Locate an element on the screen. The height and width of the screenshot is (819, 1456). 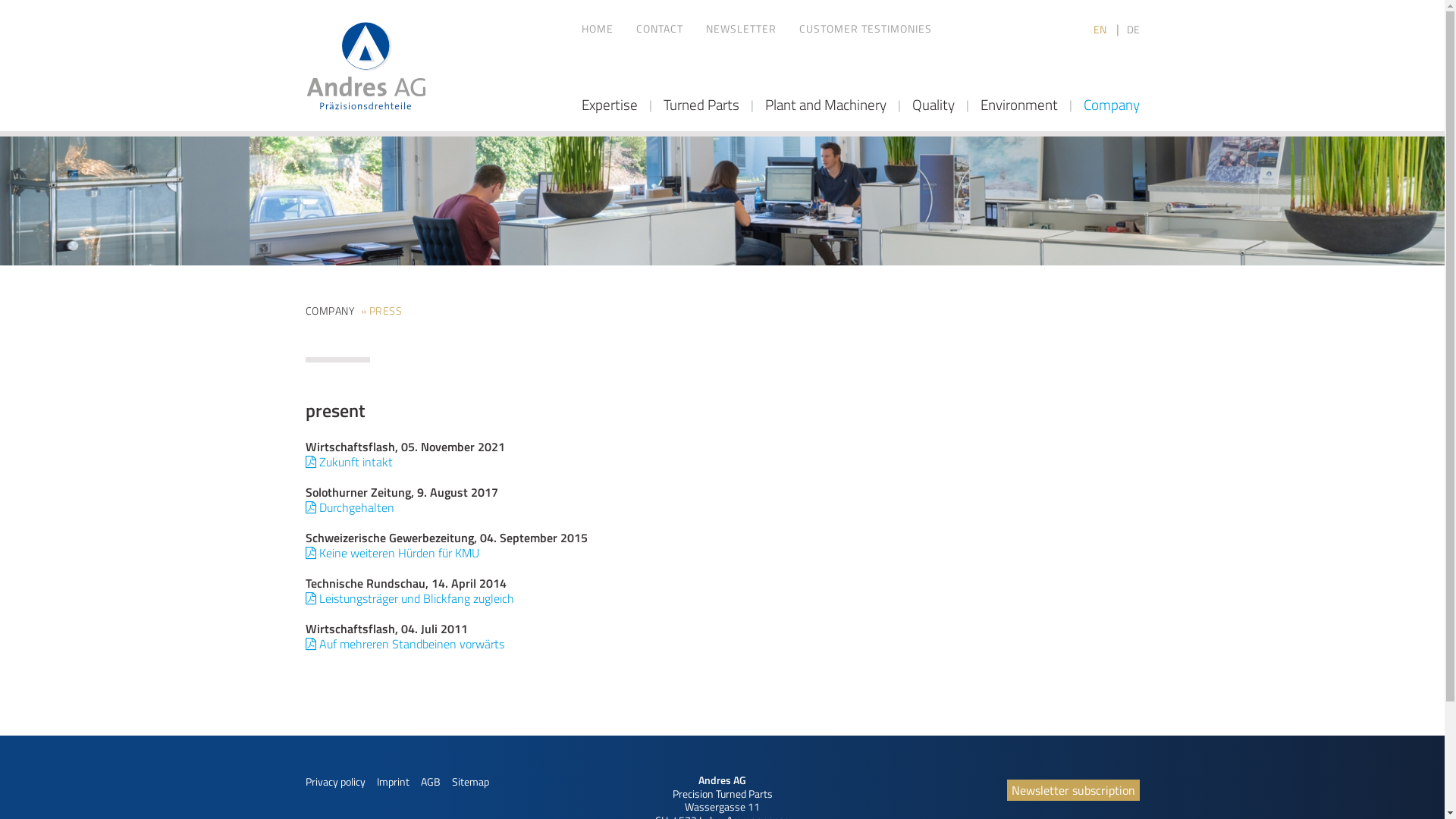
'Quality' is located at coordinates (910, 104).